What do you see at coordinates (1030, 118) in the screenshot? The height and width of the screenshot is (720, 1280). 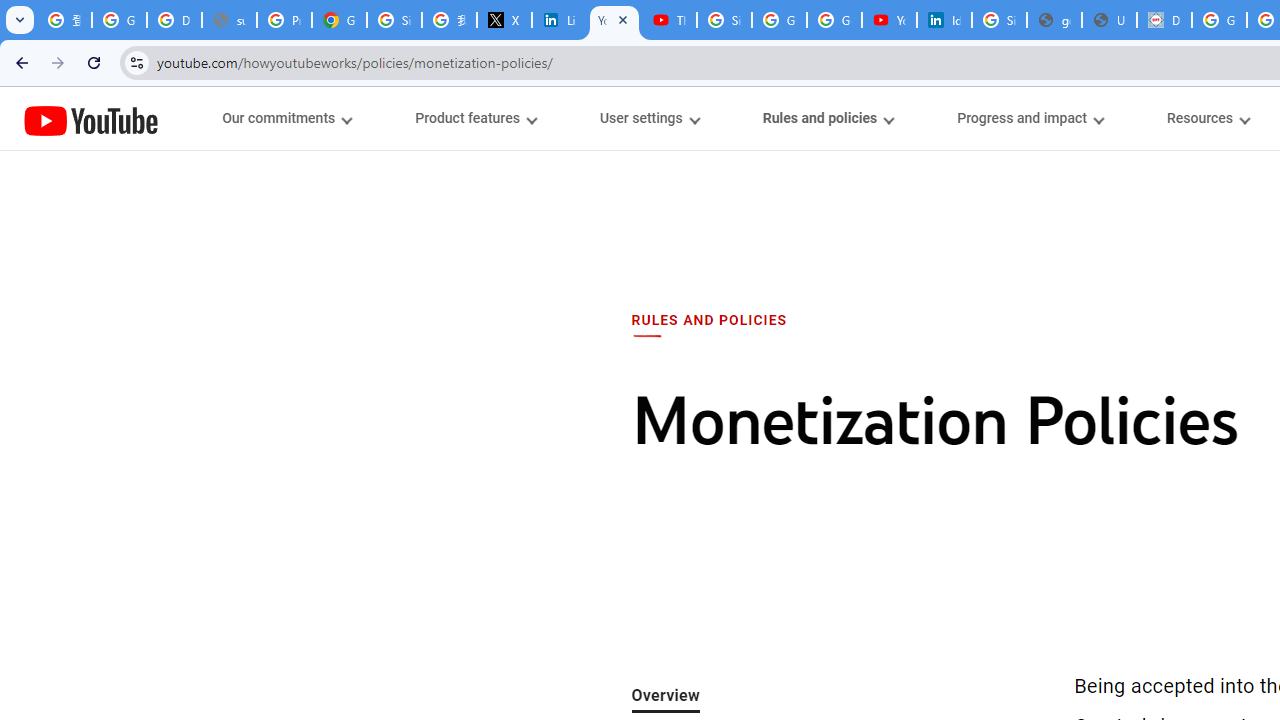 I see `'Progress and impact menupopup'` at bounding box center [1030, 118].